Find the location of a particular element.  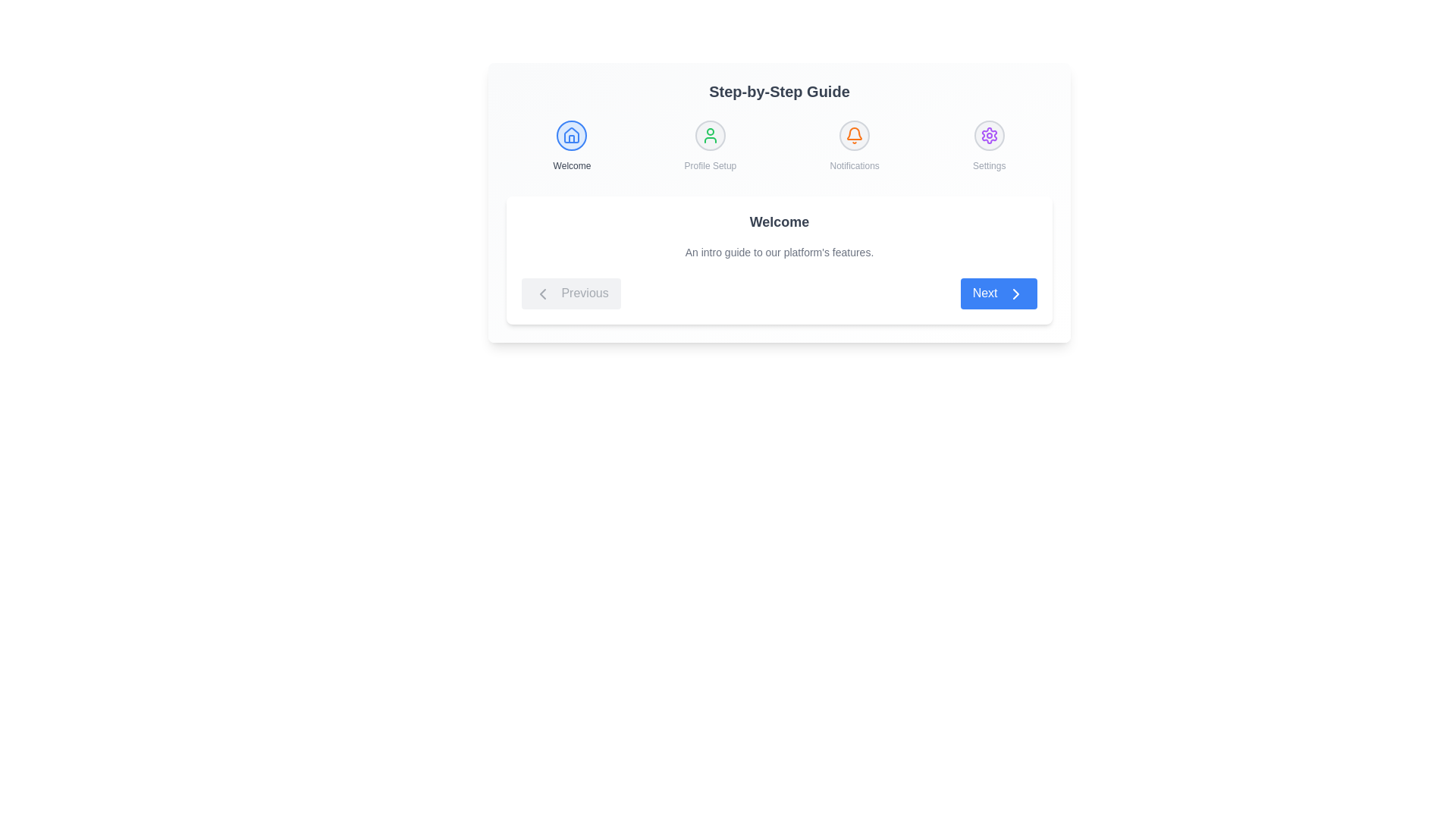

the 'Profile Setup' button located in the 'Step-by-Step Guide' interface, which is the second button from the left is located at coordinates (709, 134).